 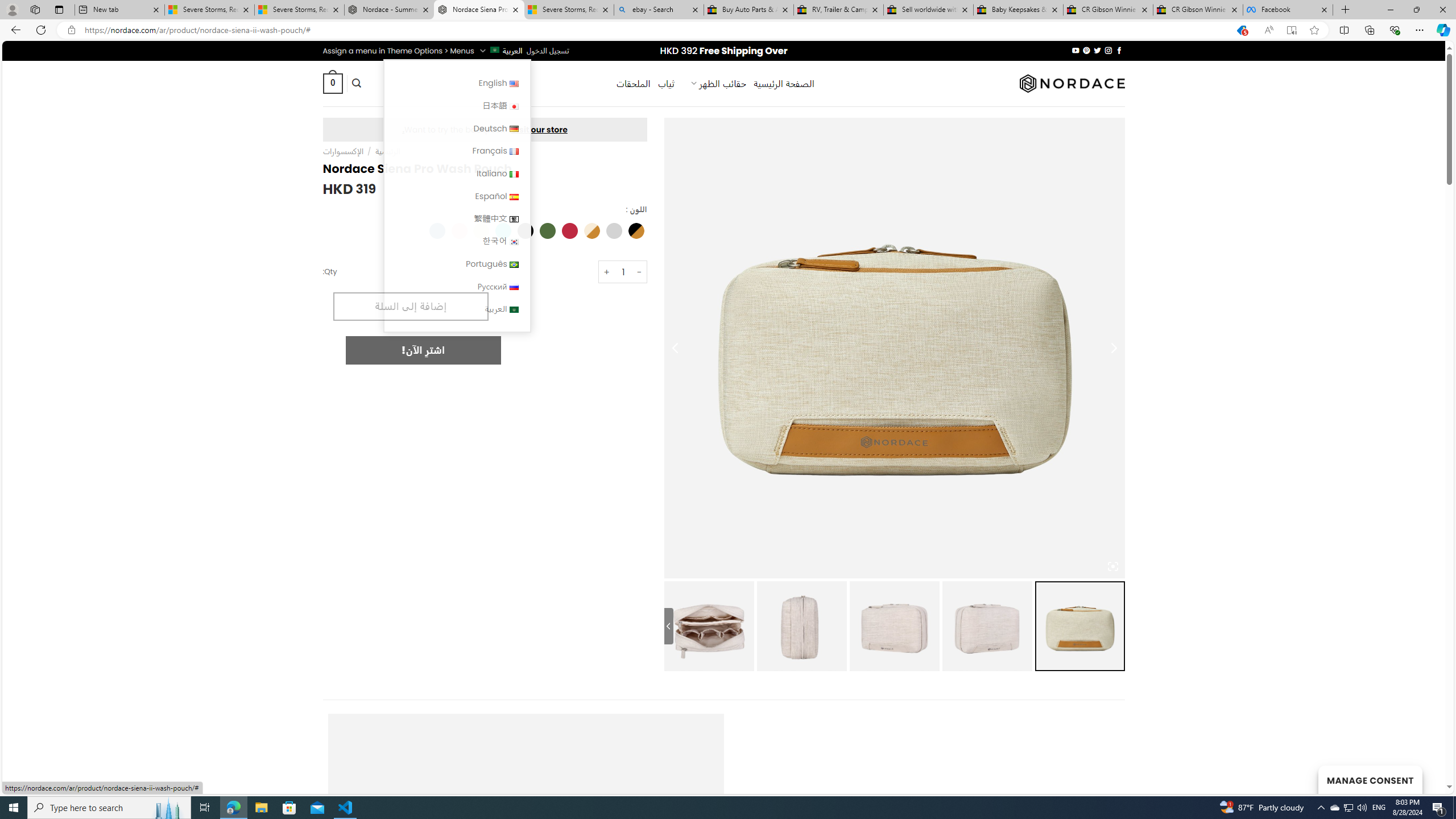 I want to click on 'New tab', so click(x=118, y=9).